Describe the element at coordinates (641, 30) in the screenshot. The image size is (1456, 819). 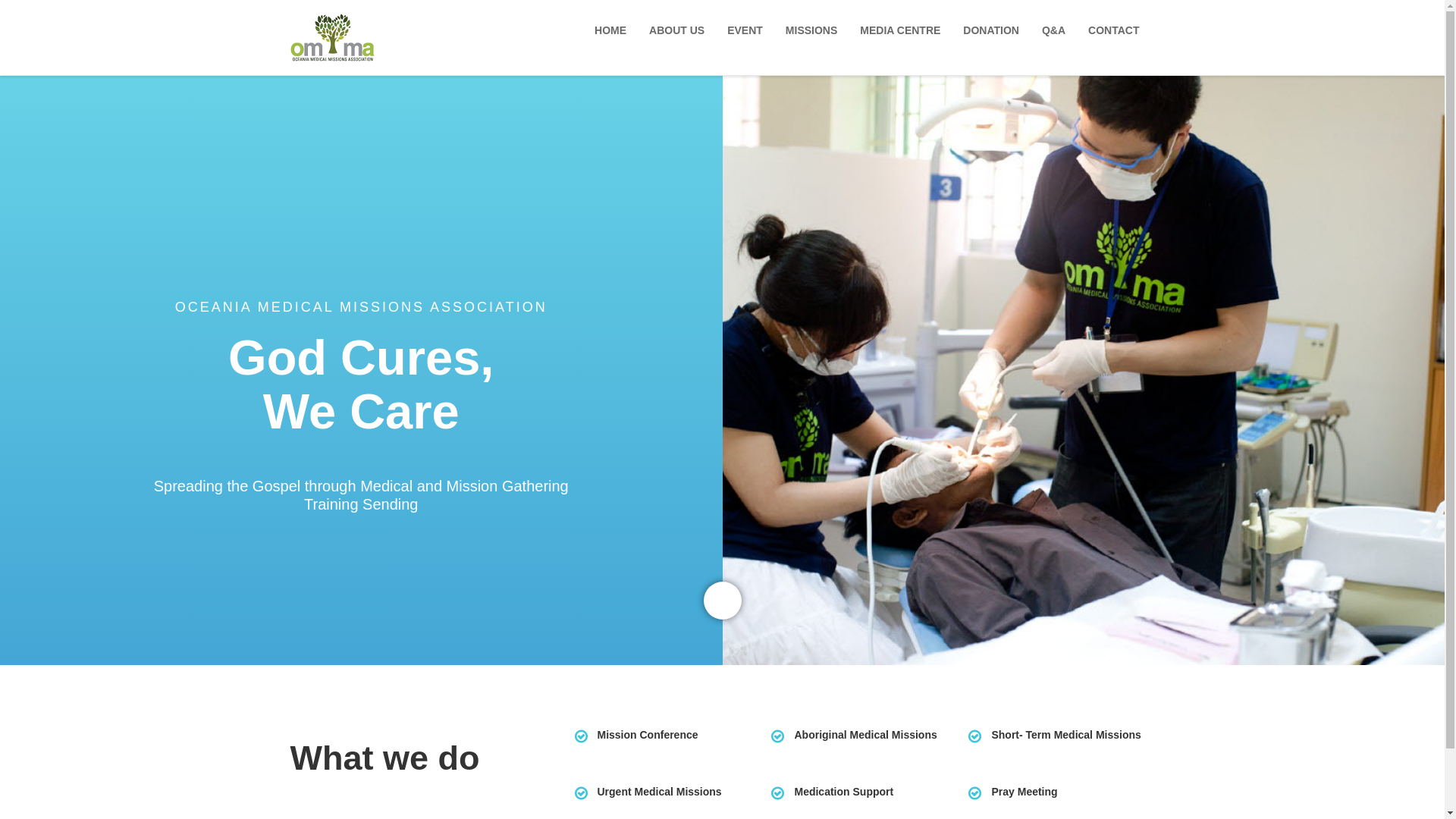
I see `'ABOUT US'` at that location.